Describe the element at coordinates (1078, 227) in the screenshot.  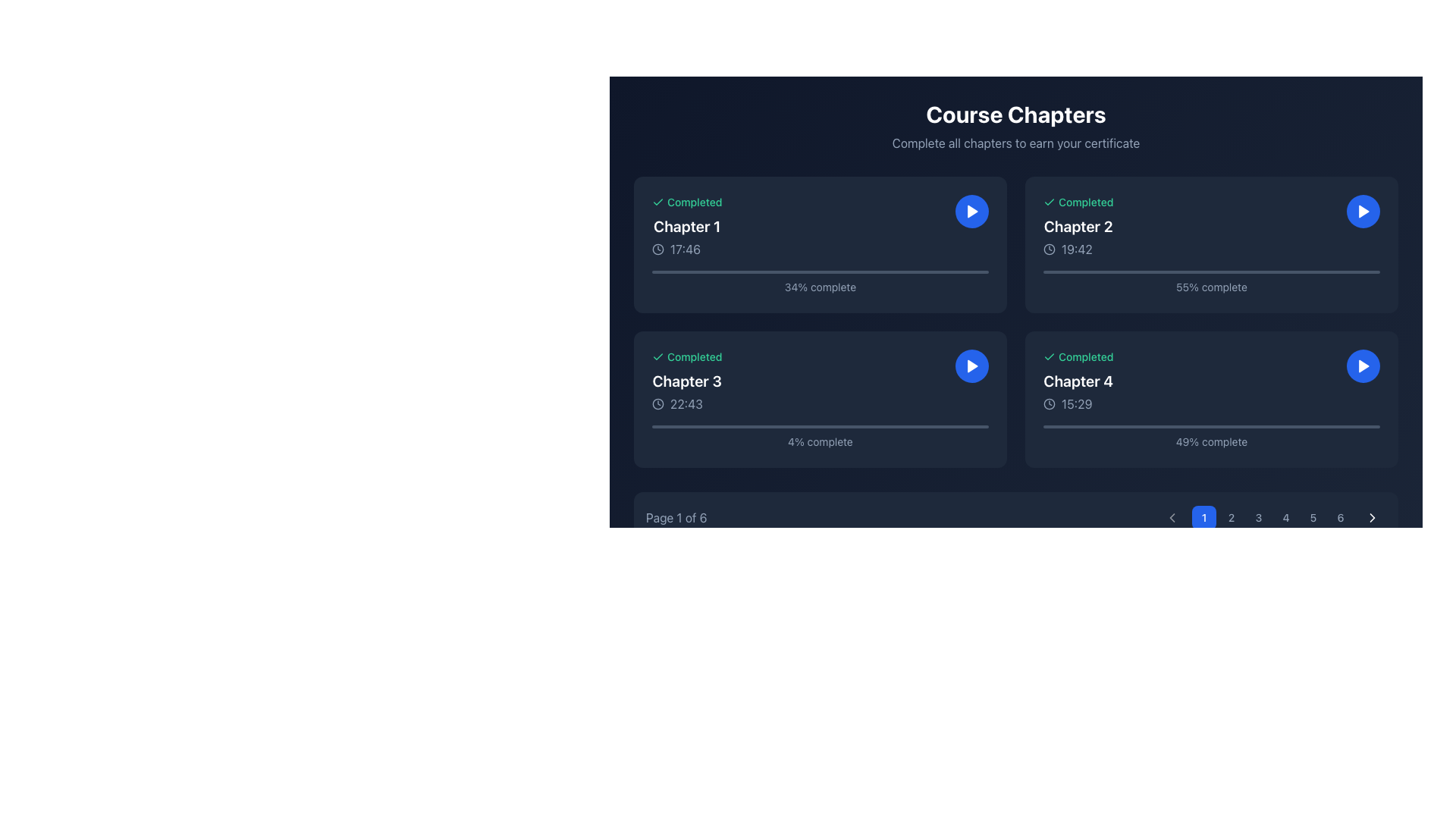
I see `the text label displaying 'Chapter 2', which is styled with bold white text on a dark background and is located in the top row, second column of a grid layout` at that location.